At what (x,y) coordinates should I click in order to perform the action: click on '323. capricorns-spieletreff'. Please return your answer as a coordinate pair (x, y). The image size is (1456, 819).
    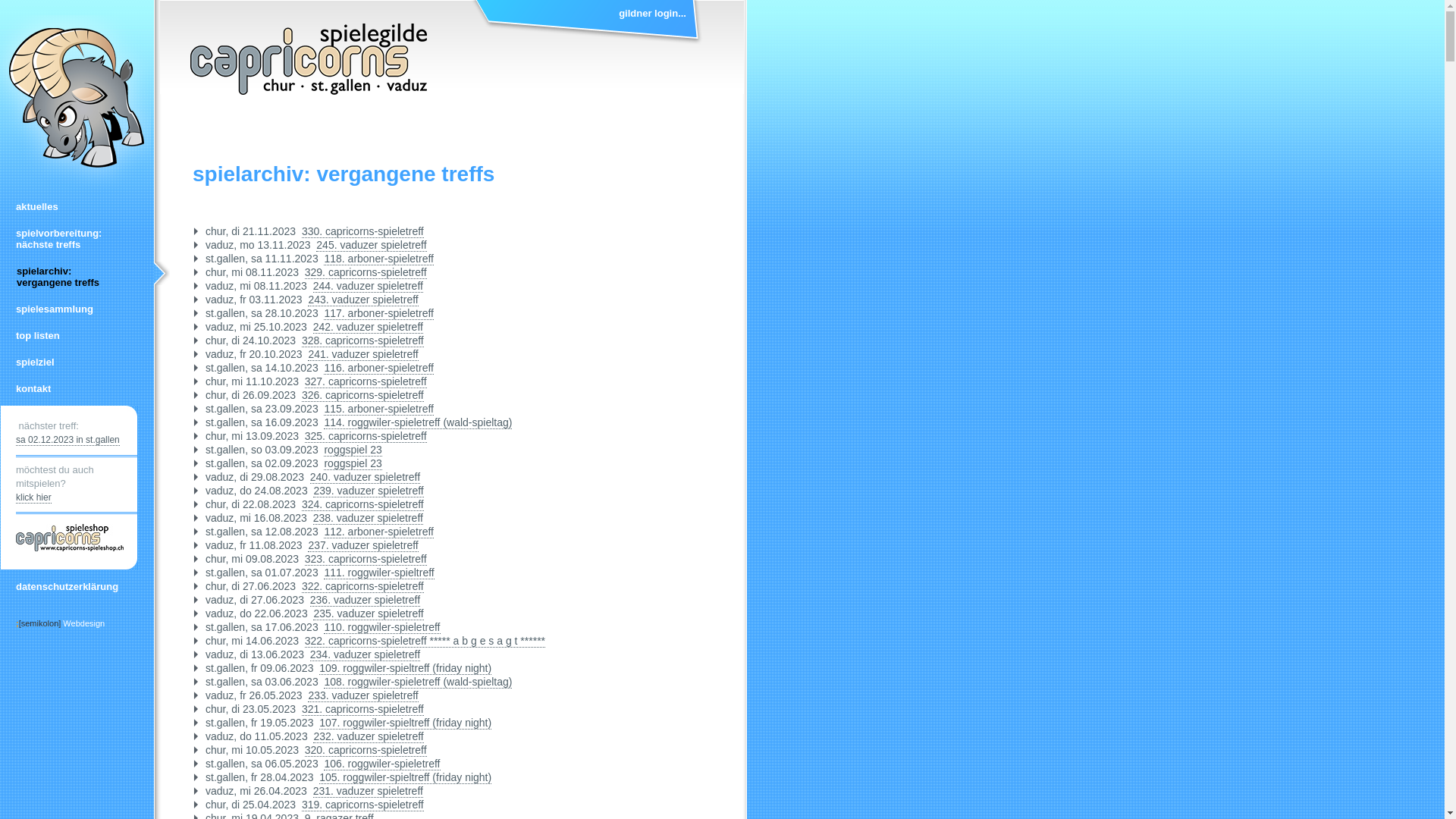
    Looking at the image, I should click on (366, 559).